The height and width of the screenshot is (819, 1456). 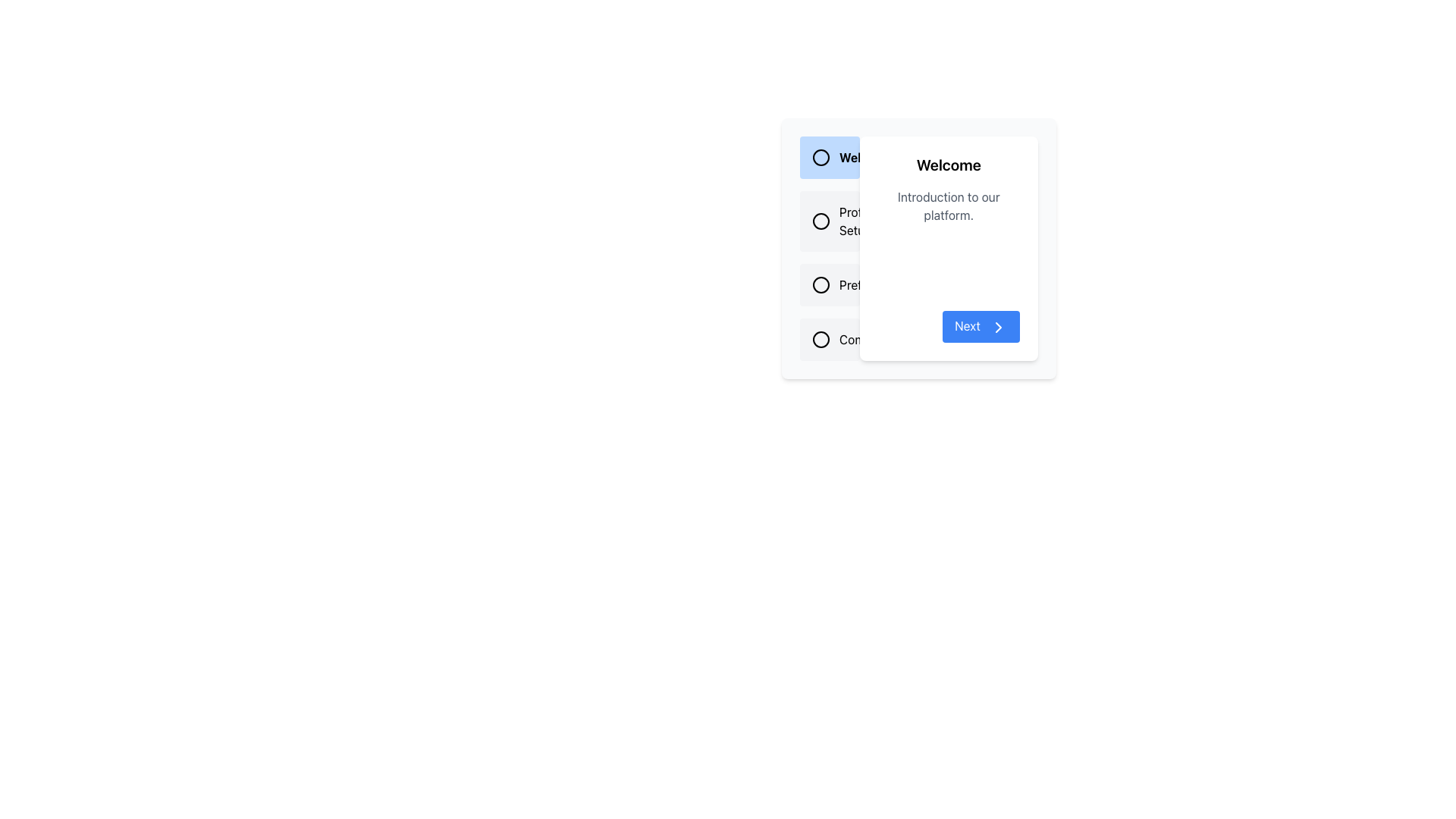 I want to click on the first radio button in the vertical list of options in the sidebar, so click(x=829, y=158).